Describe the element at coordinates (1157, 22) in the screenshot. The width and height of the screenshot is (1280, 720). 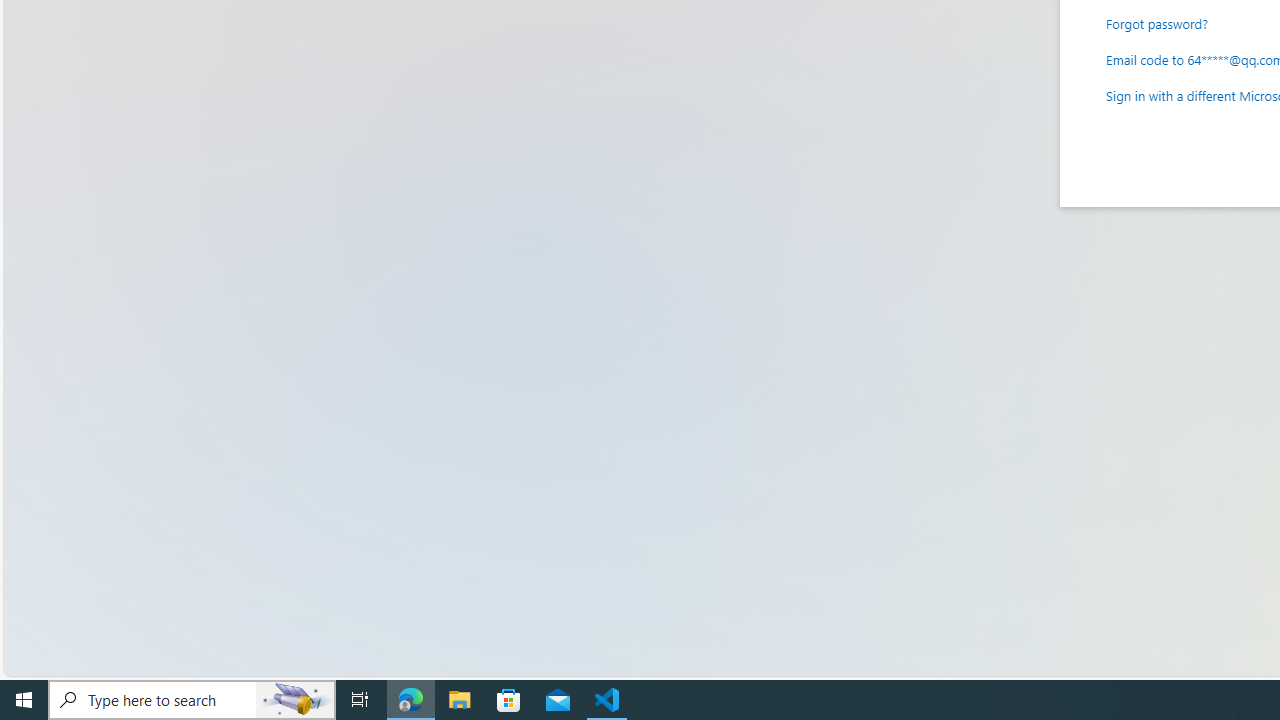
I see `'Forgot password?'` at that location.